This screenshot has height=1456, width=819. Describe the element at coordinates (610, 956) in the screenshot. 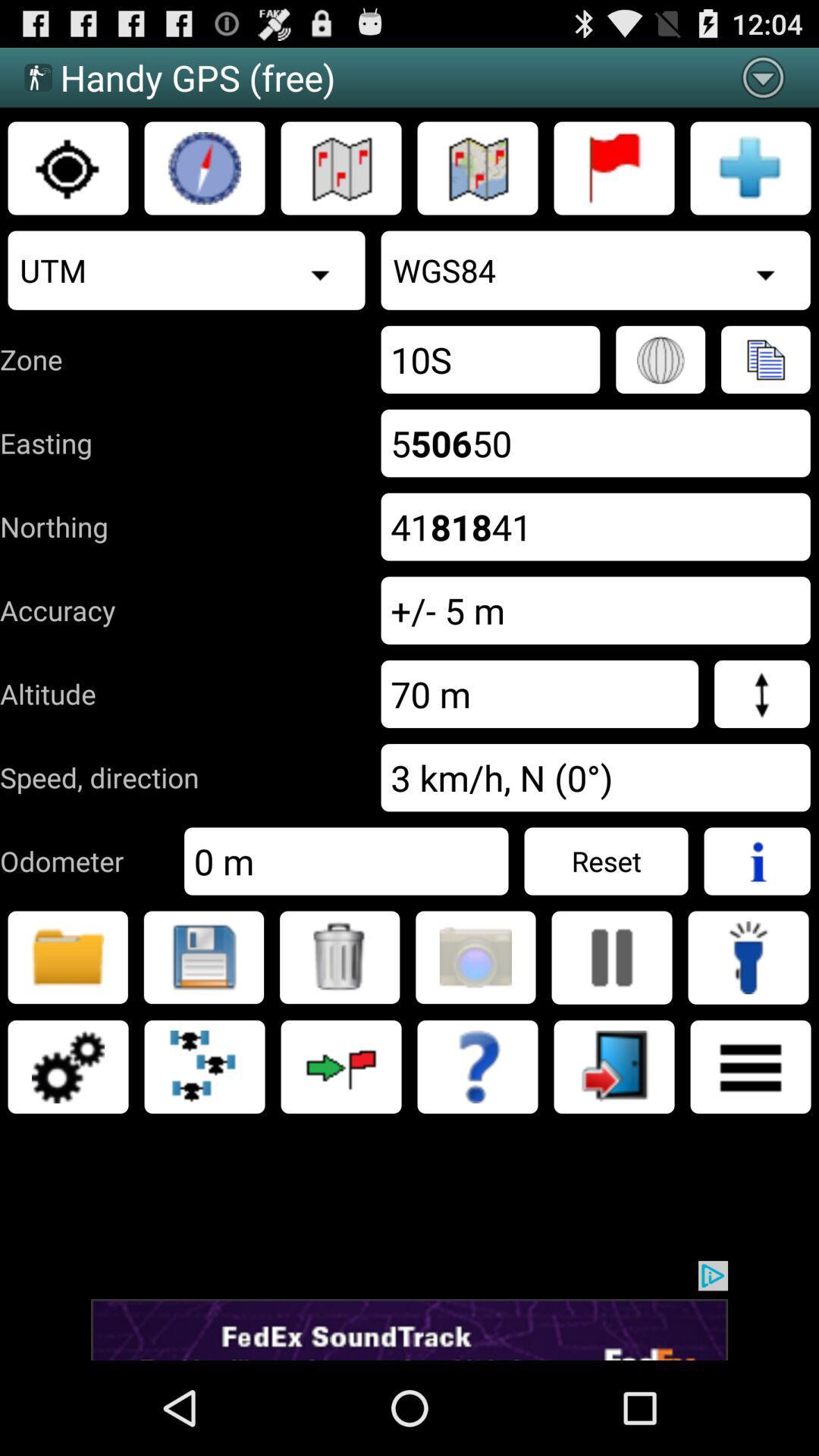

I see `press pause` at that location.